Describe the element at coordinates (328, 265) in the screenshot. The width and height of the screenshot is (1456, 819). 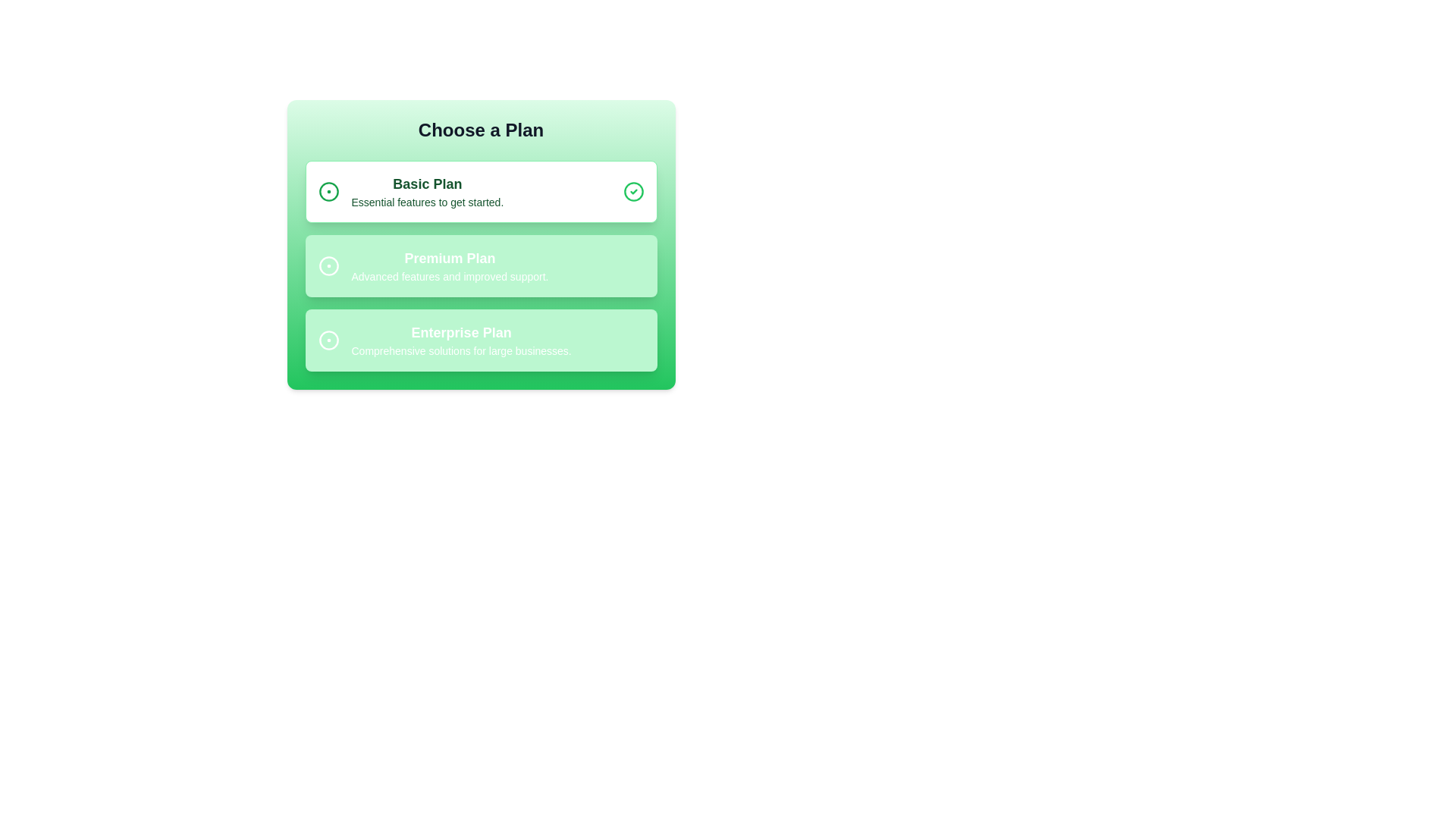
I see `the circular radio button indicator styled in white against a pale green background` at that location.